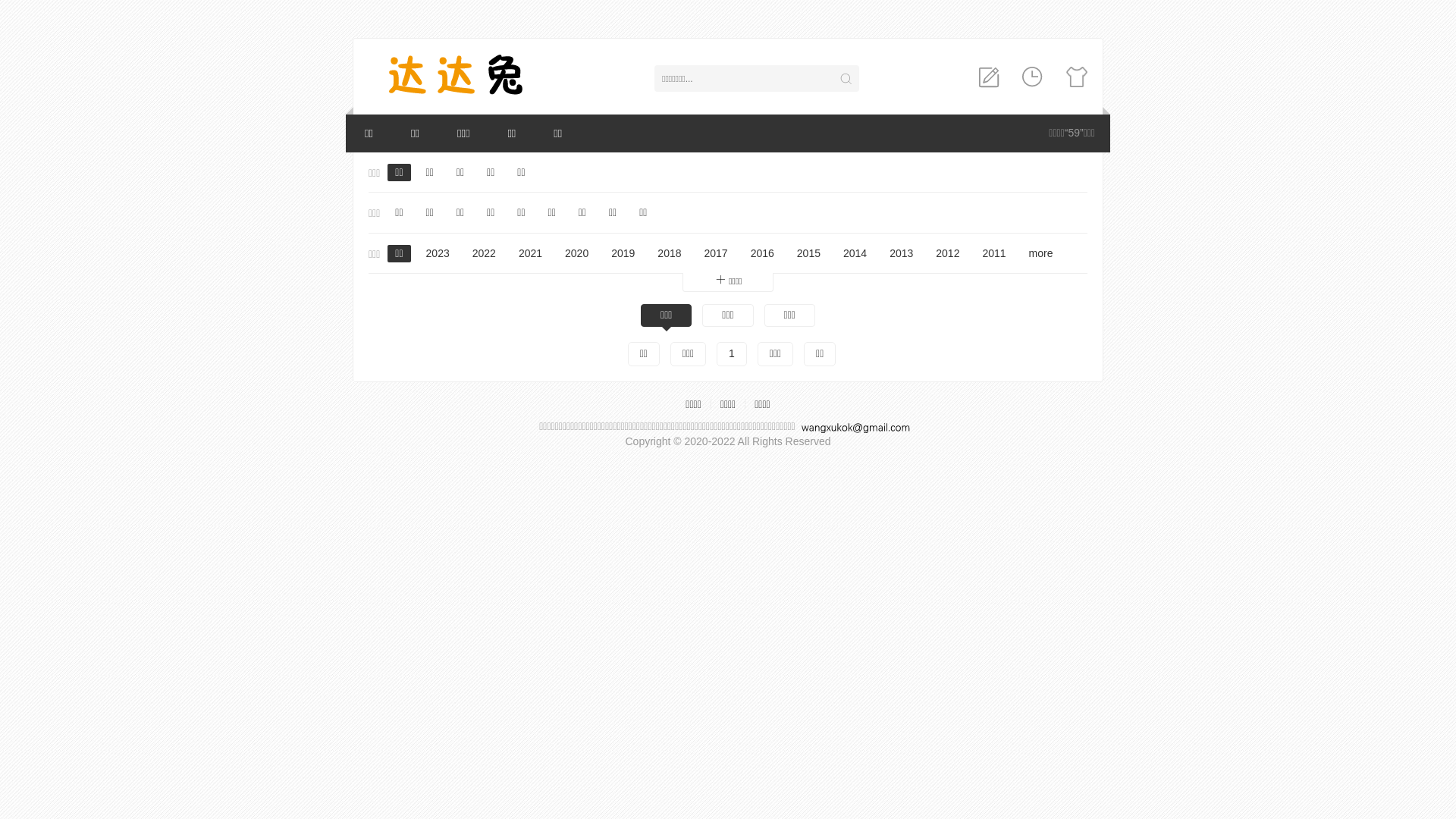 The width and height of the screenshot is (1456, 819). Describe the element at coordinates (530, 253) in the screenshot. I see `'2021'` at that location.